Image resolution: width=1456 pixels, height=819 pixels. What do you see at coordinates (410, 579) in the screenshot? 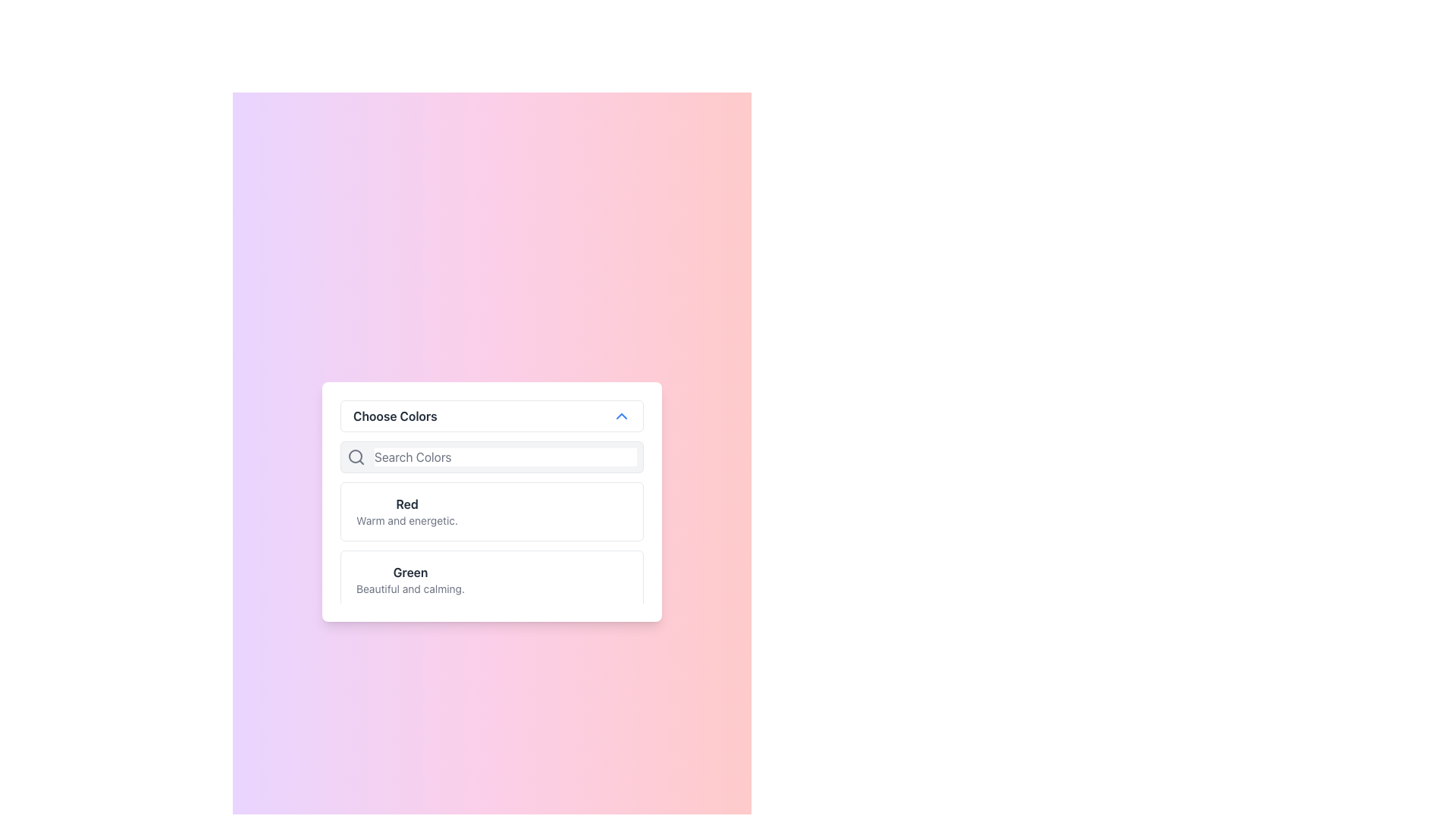
I see `the selectable list item representing the color 'Green'` at bounding box center [410, 579].